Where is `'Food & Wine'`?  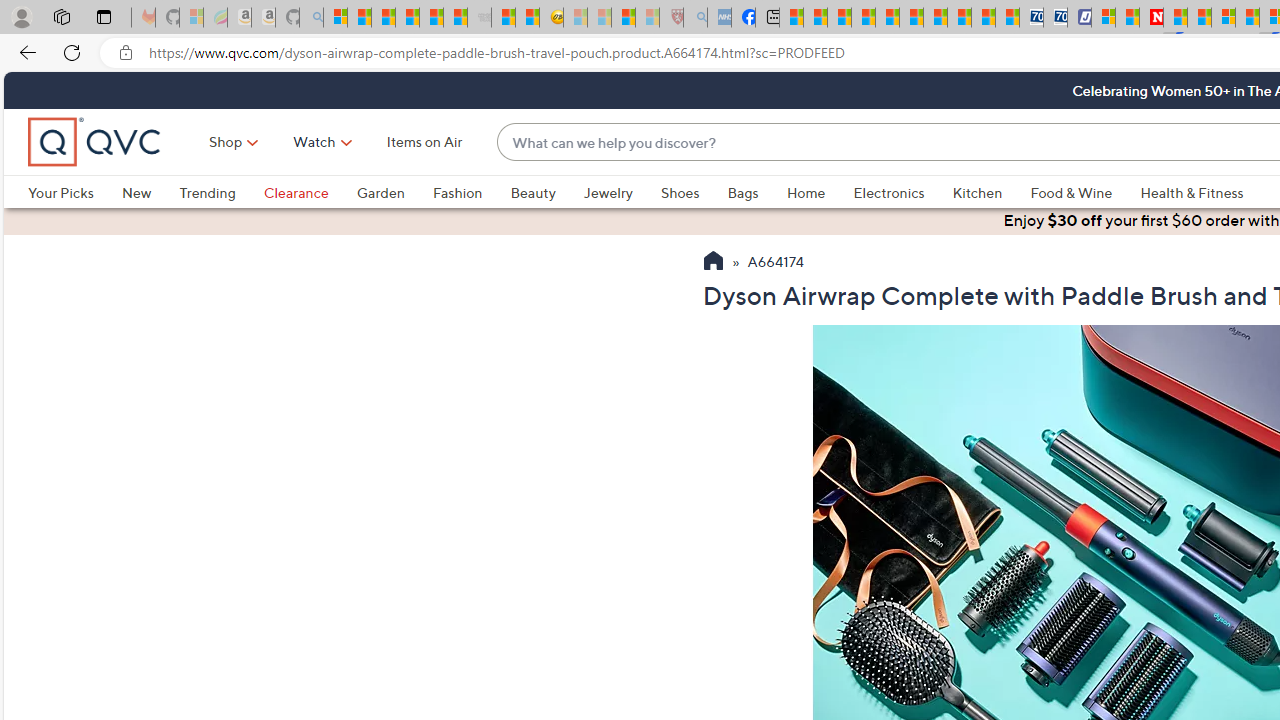 'Food & Wine' is located at coordinates (1084, 192).